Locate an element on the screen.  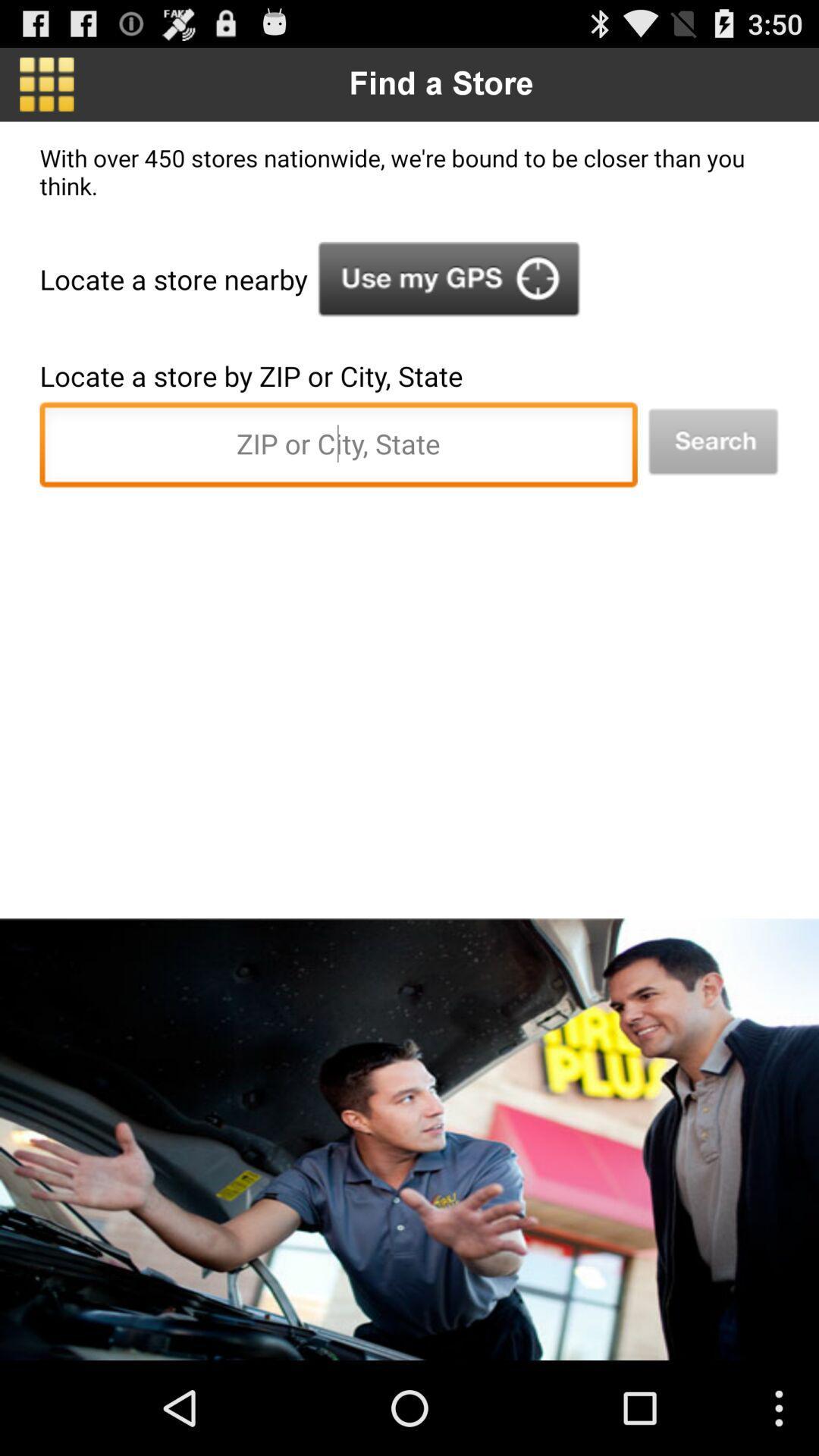
the apps icon is located at coordinates (45, 83).